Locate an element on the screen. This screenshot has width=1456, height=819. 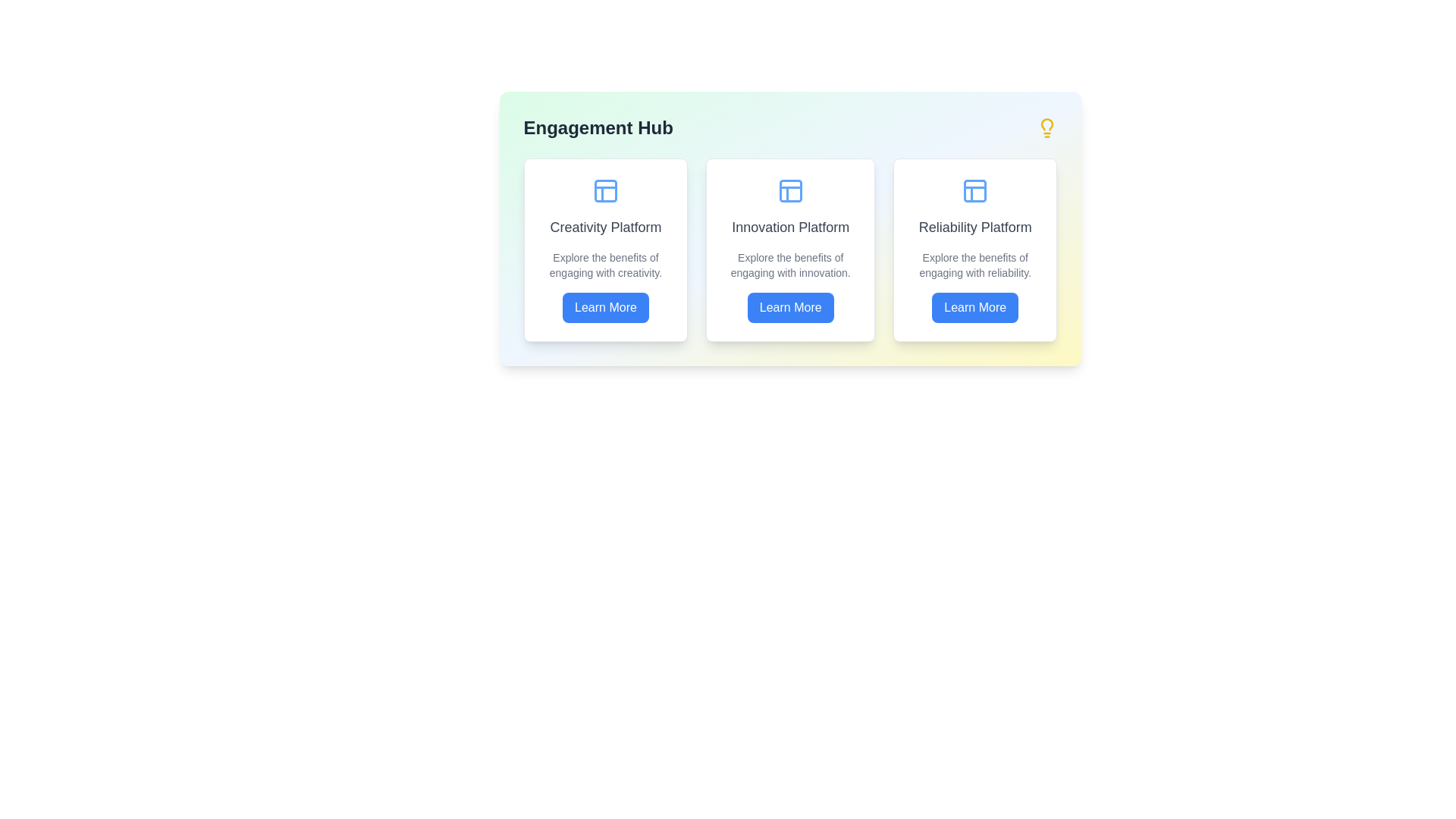
the 'Learn More' button, which is a rectangular button with a blue background and white text located at the bottom of the 'Innovation Platform' card is located at coordinates (789, 307).